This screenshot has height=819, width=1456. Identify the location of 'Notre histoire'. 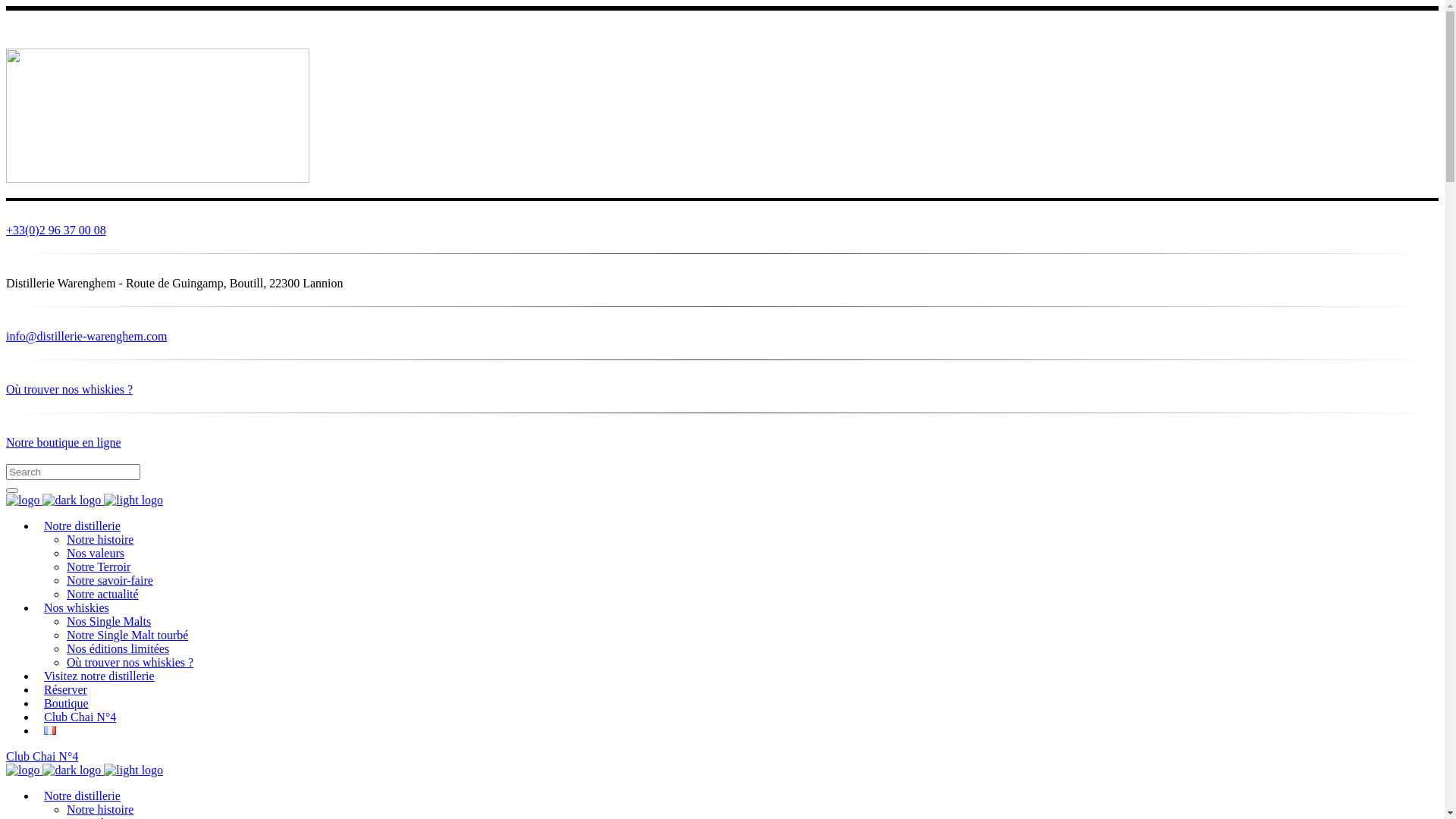
(99, 808).